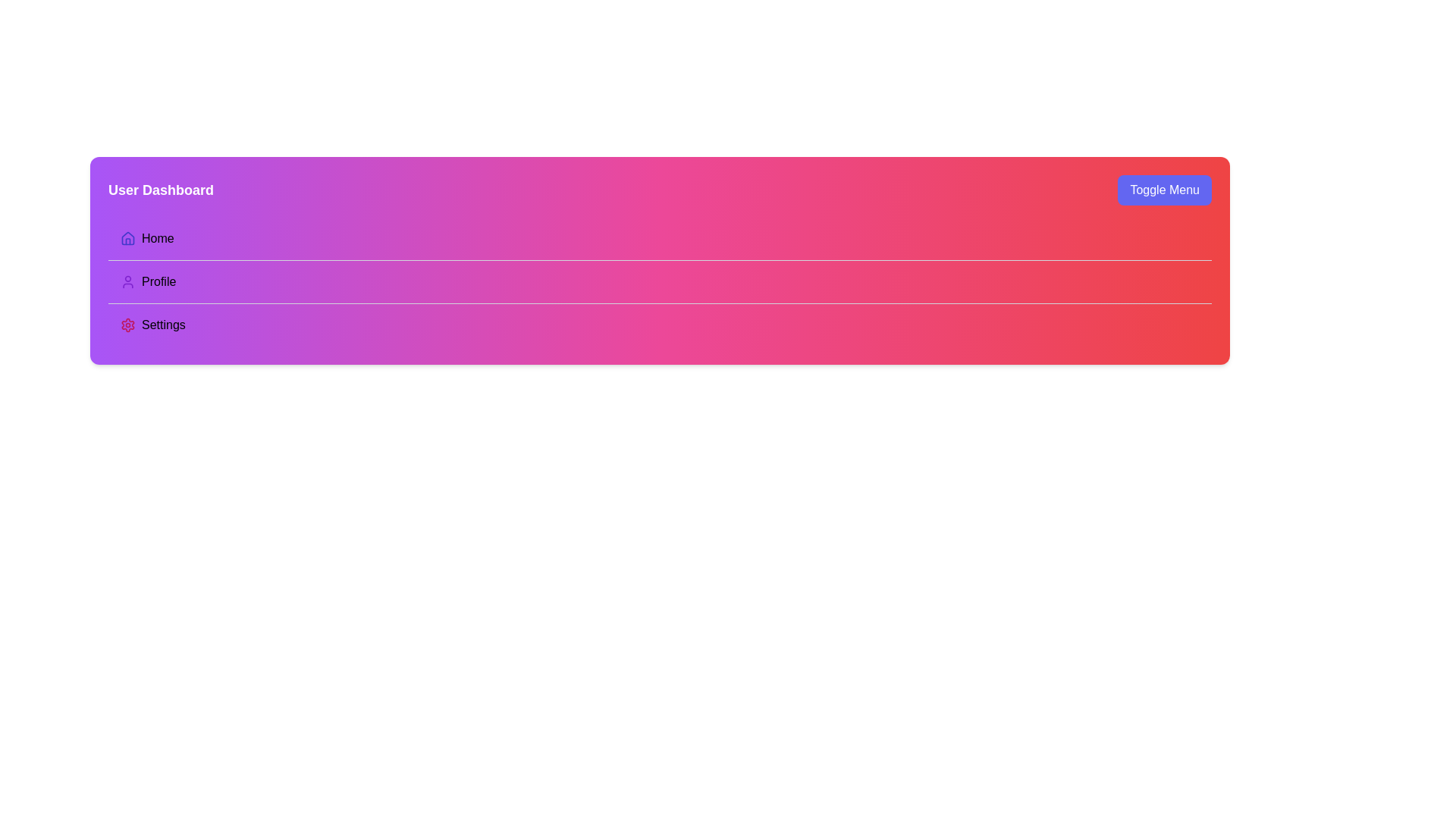  Describe the element at coordinates (1164, 189) in the screenshot. I see `the toggle button located in the top-right corner of the header section` at that location.